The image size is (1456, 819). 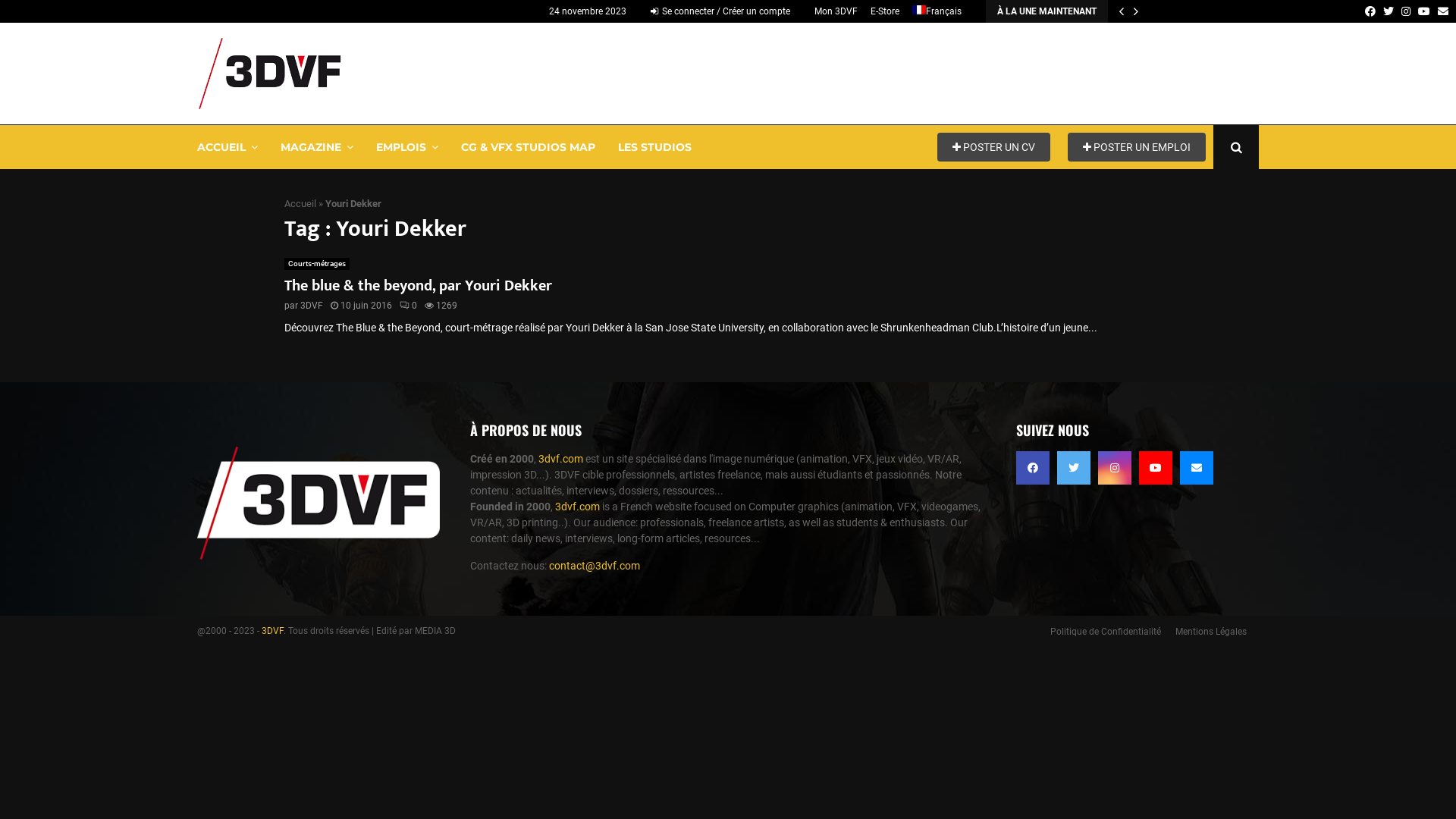 What do you see at coordinates (311, 305) in the screenshot?
I see `'3DVF'` at bounding box center [311, 305].